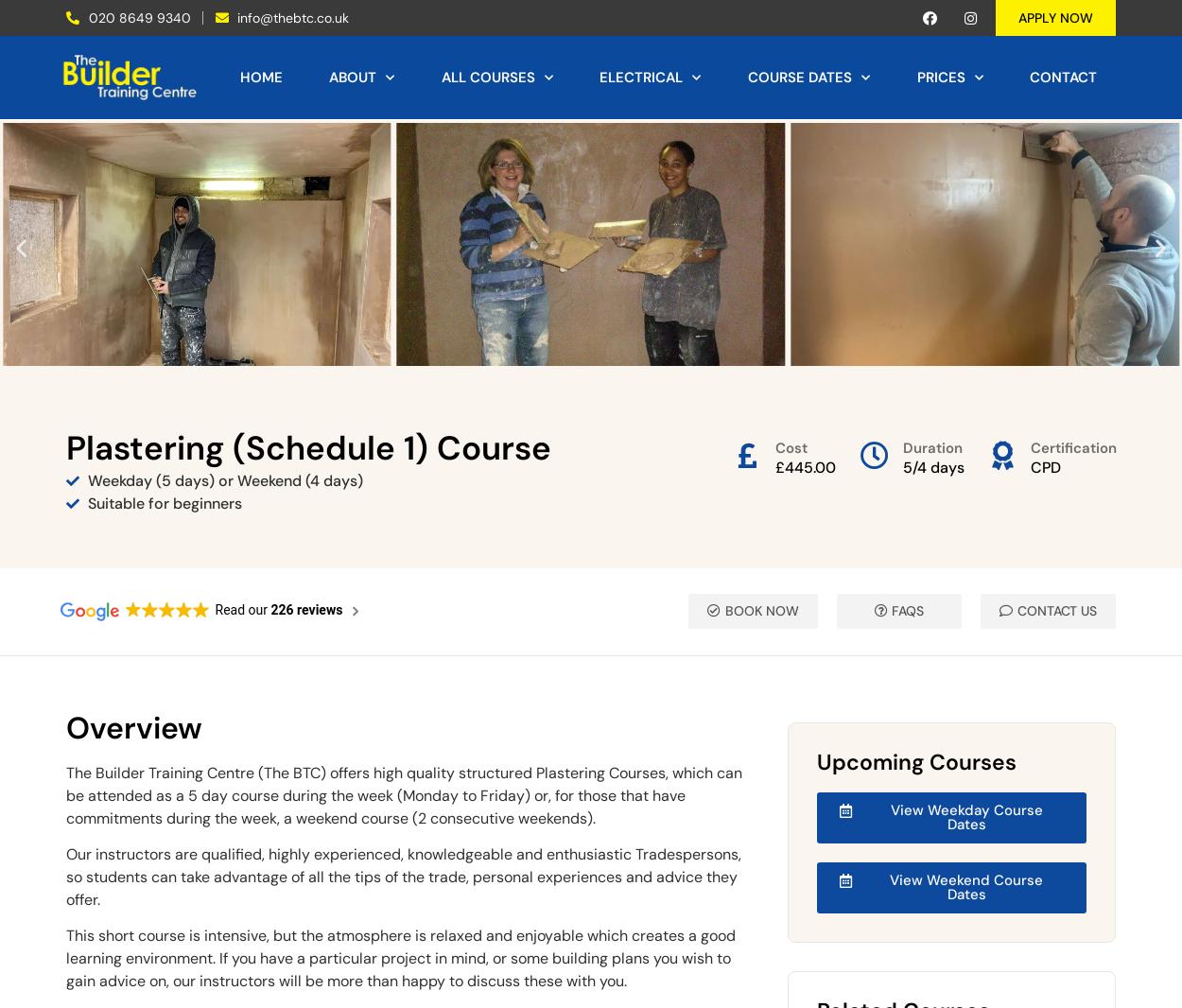  I want to click on '£445.00', so click(774, 466).